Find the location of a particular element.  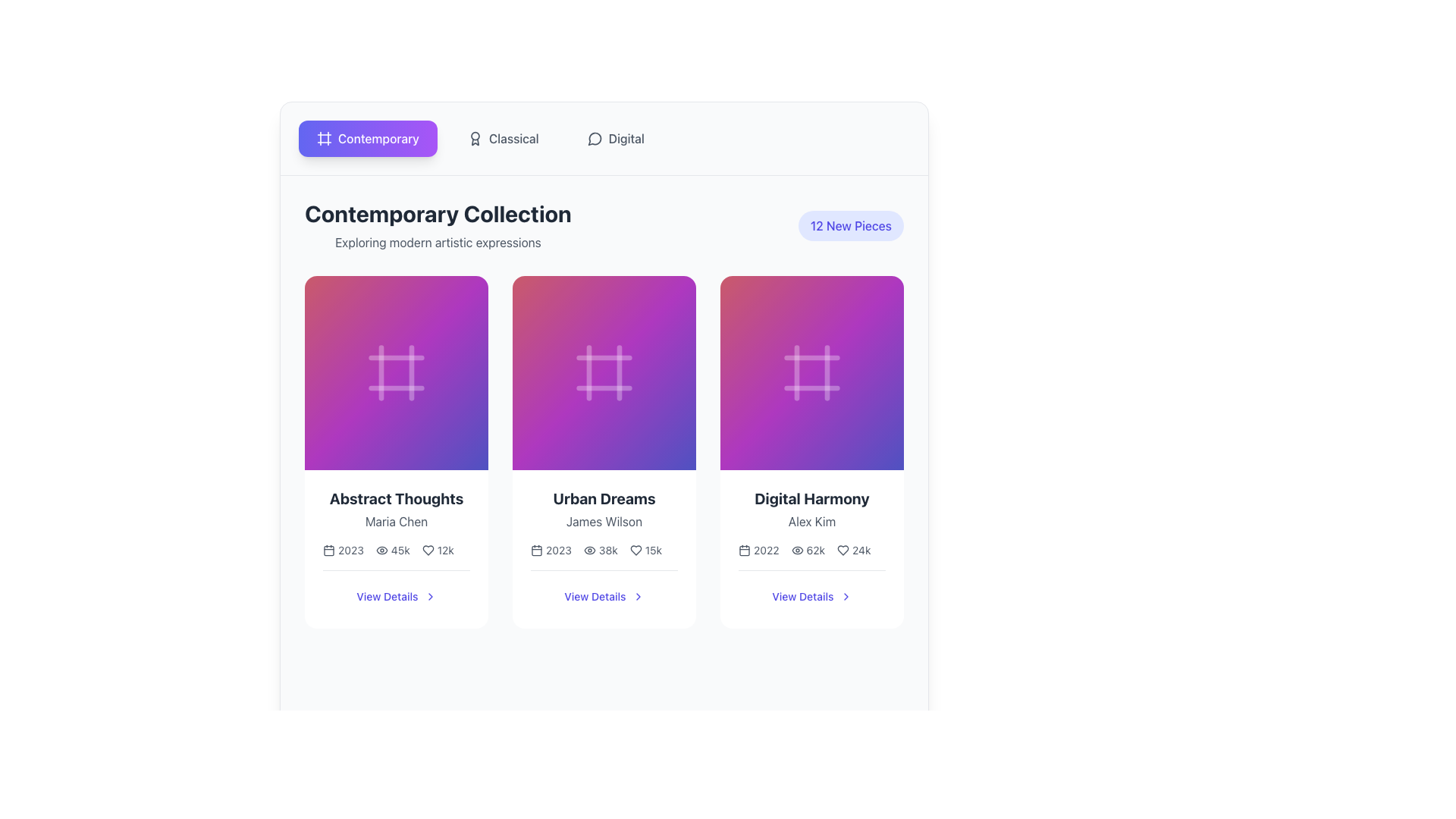

the eye icon representing the visibility feature located to the left of the '38k' text in the 'Urban Dreams' card is located at coordinates (588, 550).